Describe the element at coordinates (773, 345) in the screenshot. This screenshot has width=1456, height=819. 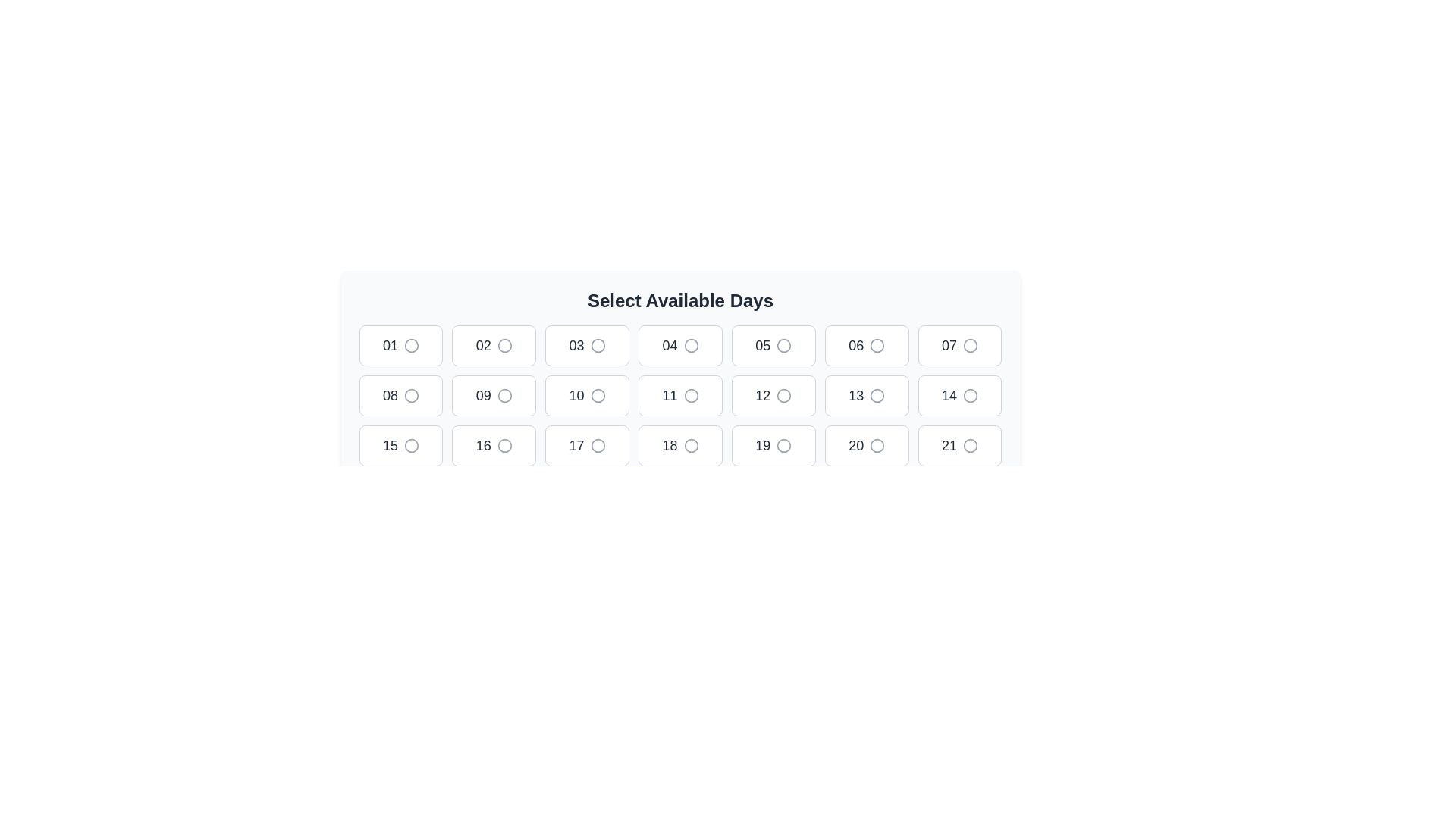
I see `the radio button associated with the selectable button labeled '05'` at that location.